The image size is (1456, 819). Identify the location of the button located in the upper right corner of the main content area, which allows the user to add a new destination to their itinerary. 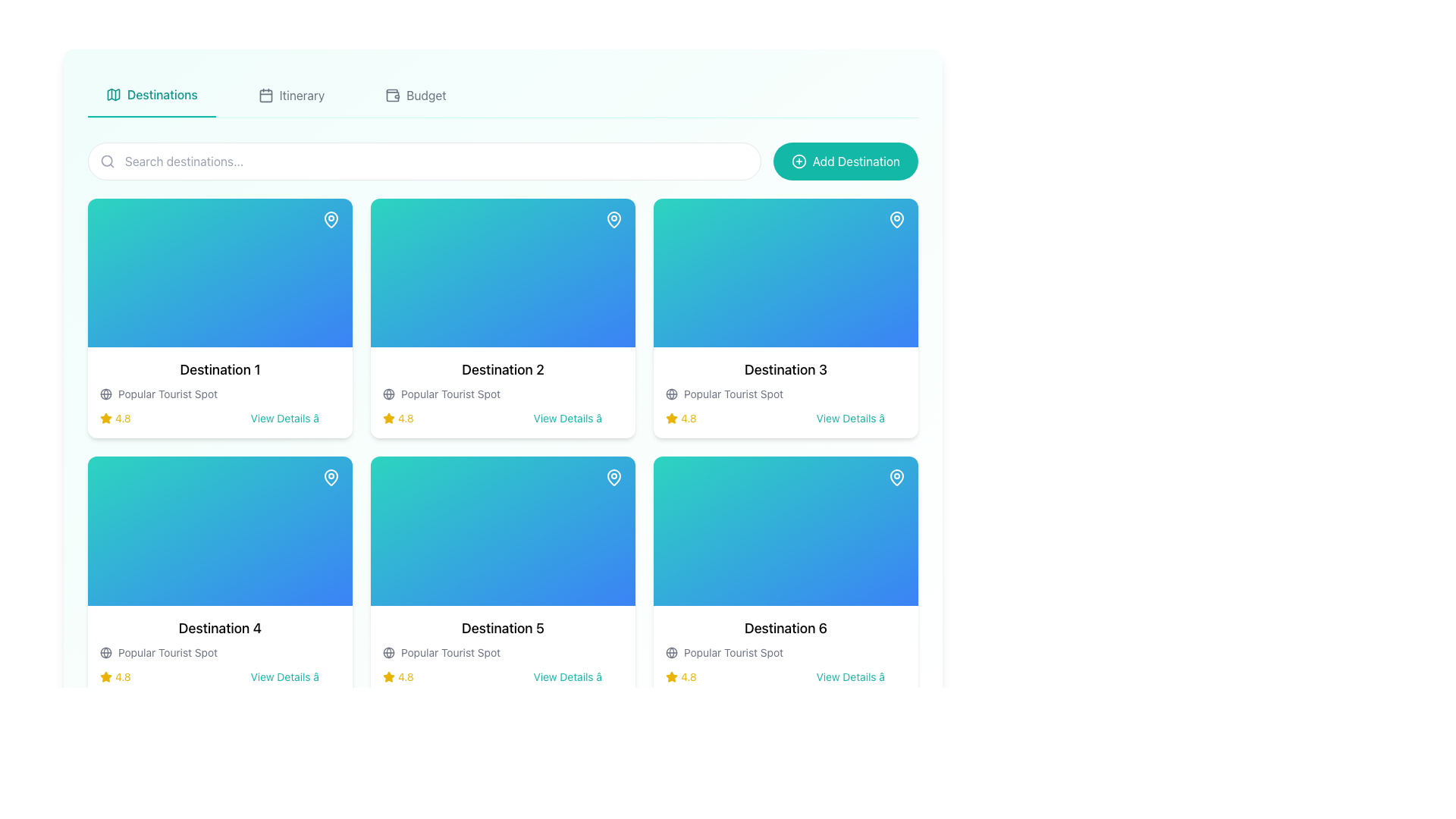
(845, 161).